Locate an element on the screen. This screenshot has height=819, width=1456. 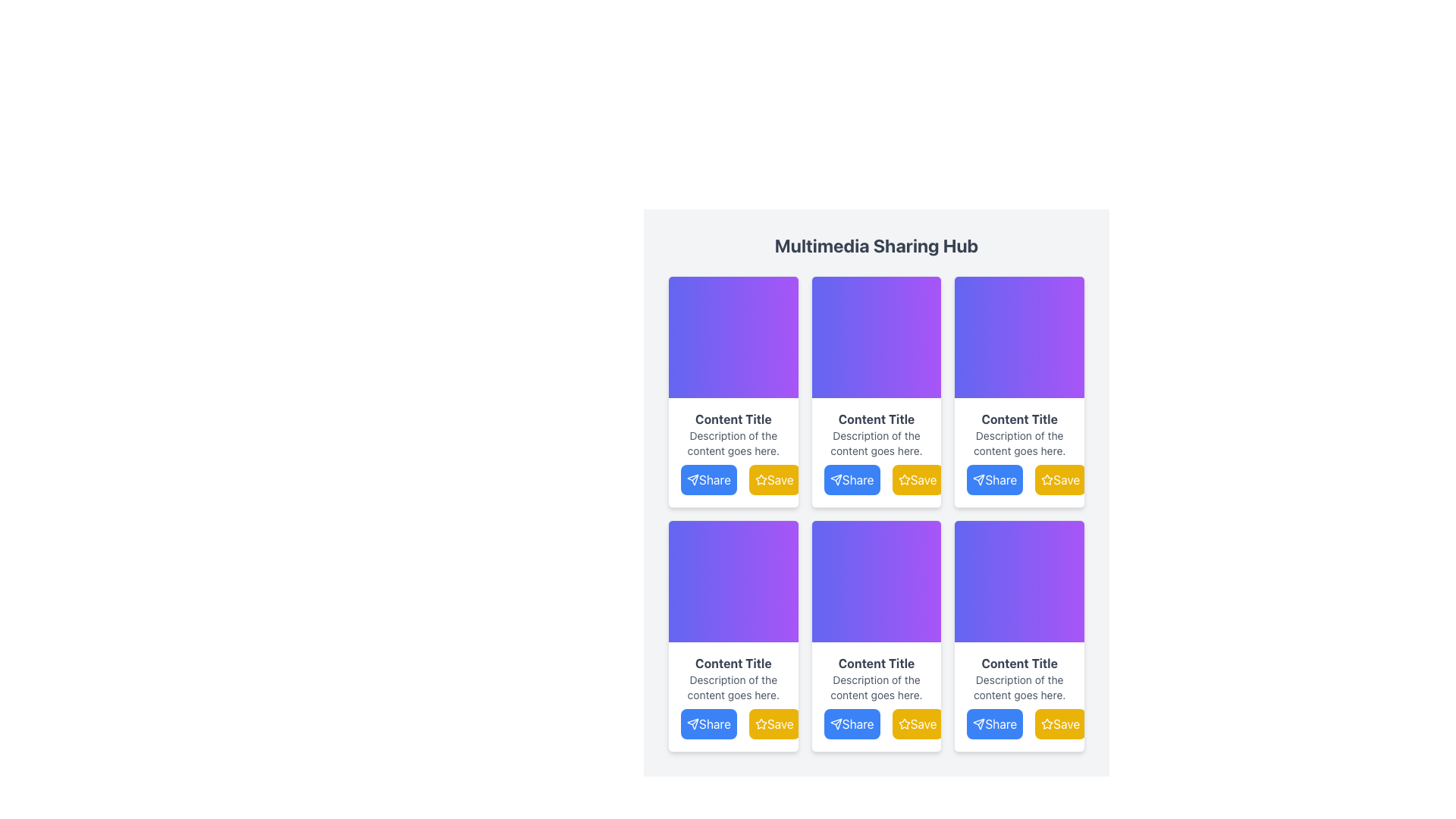
the 'Share' icon located in the first column of the grid's second row, which is near the bottom-left of the card containing multimedia content details is located at coordinates (692, 479).